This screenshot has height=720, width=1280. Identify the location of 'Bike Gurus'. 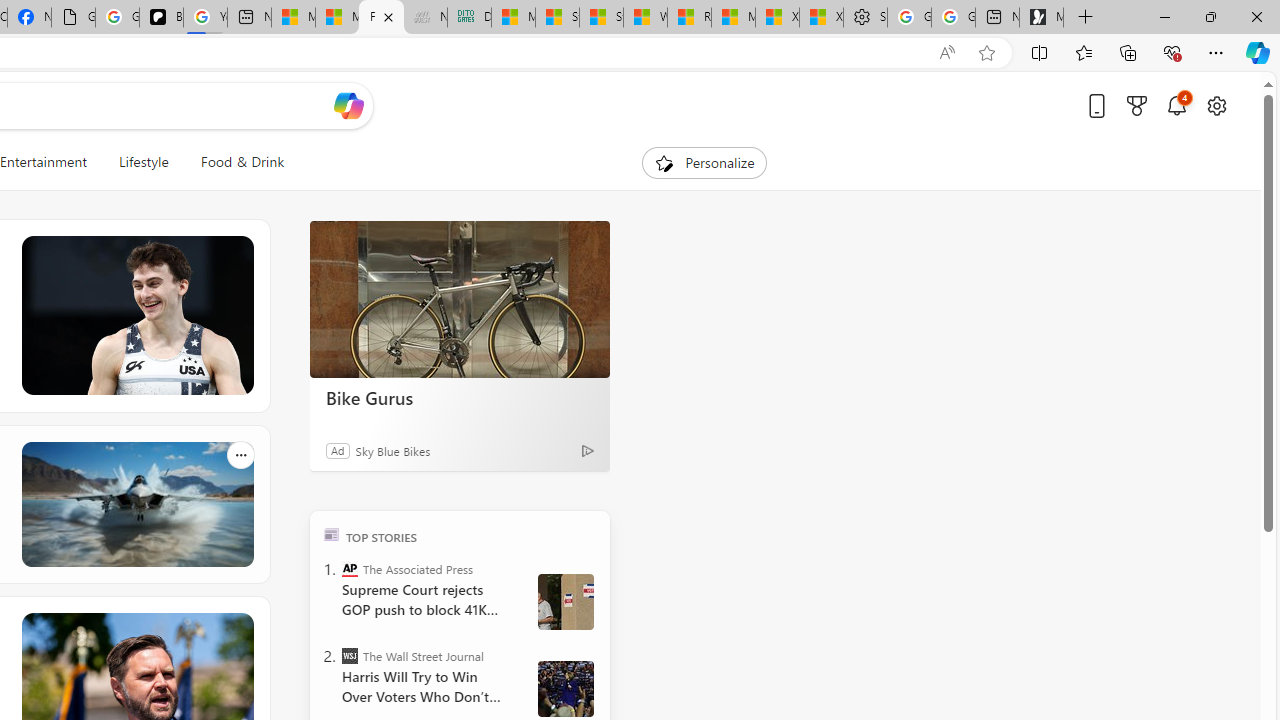
(459, 299).